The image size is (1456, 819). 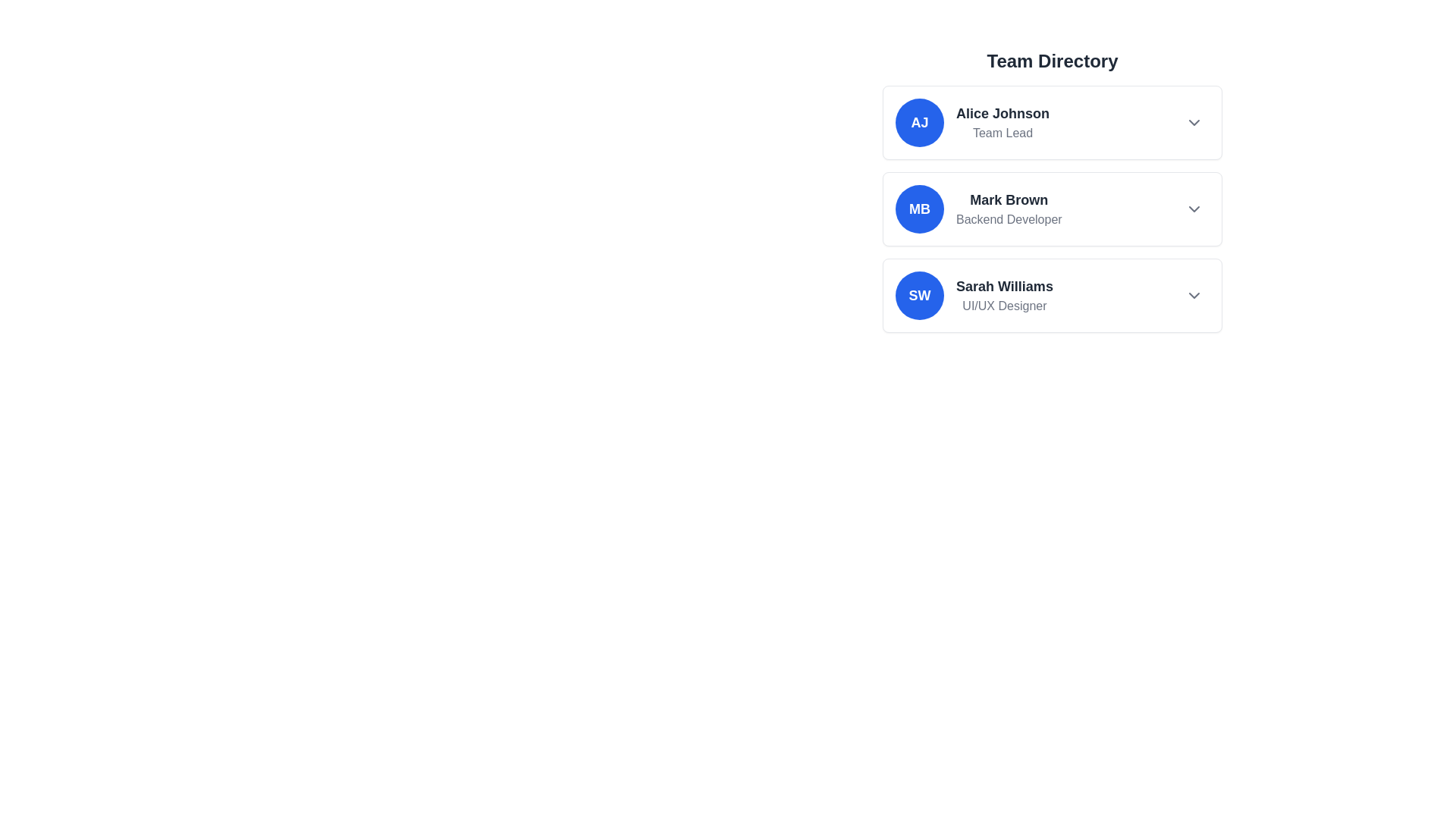 I want to click on the text label displaying 'Backend Developer' in gray color, which is located directly below 'Mark Brown', so click(x=1009, y=219).